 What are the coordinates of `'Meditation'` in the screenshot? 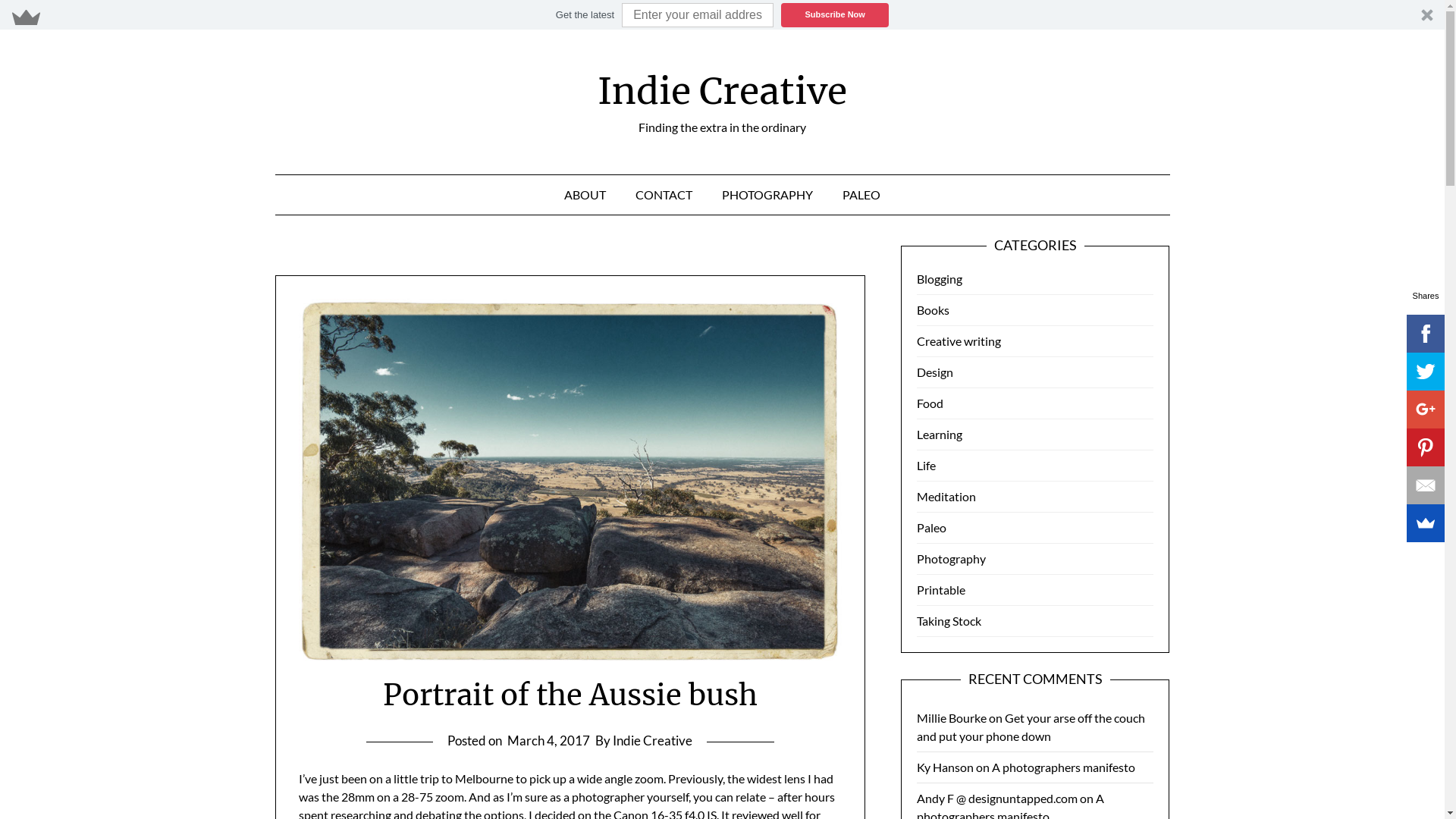 It's located at (916, 496).